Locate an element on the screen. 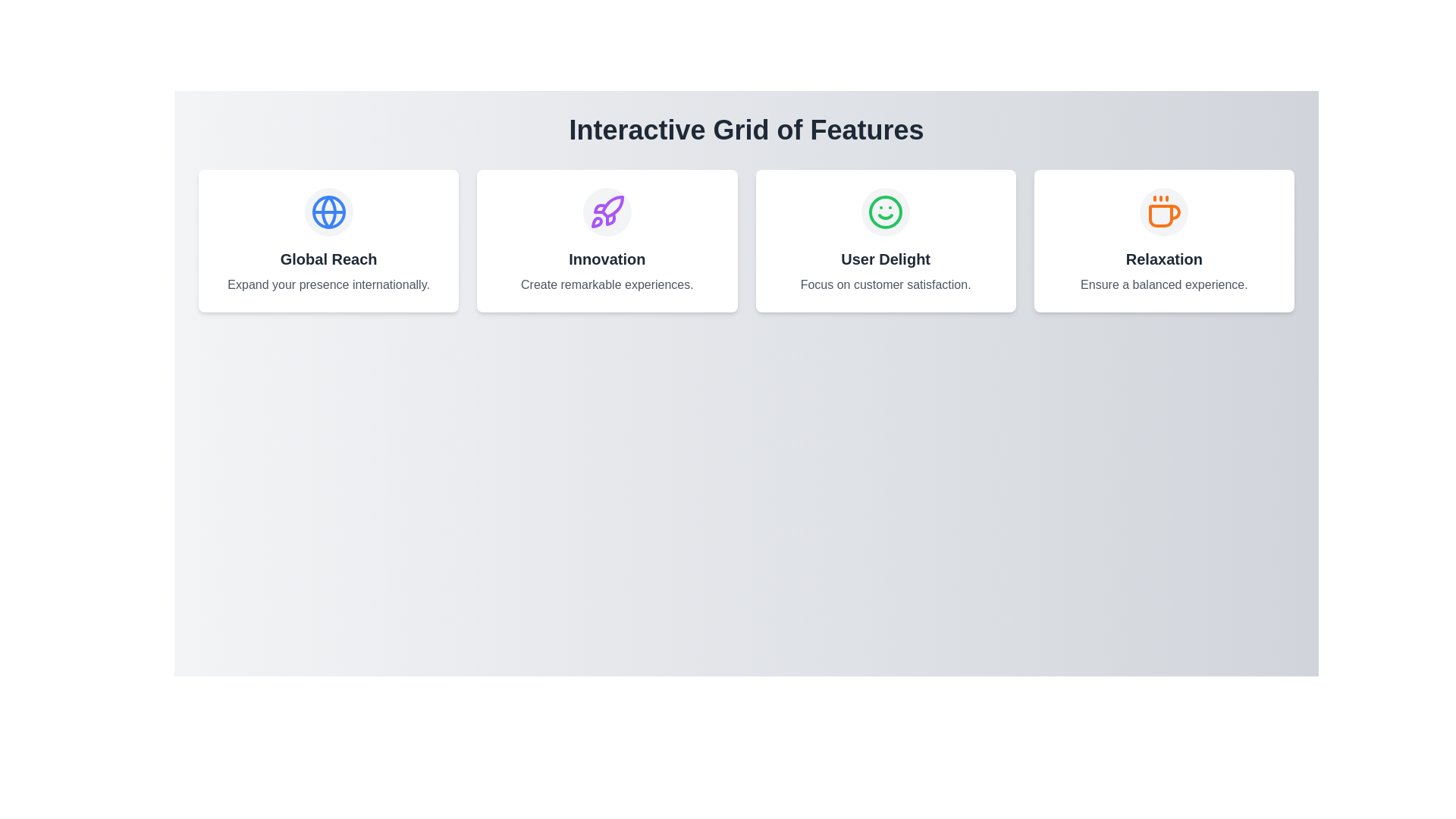  descriptive text label located within the second card of the four horizontally arranged cards, directly below the 'Innovation' heading is located at coordinates (607, 284).